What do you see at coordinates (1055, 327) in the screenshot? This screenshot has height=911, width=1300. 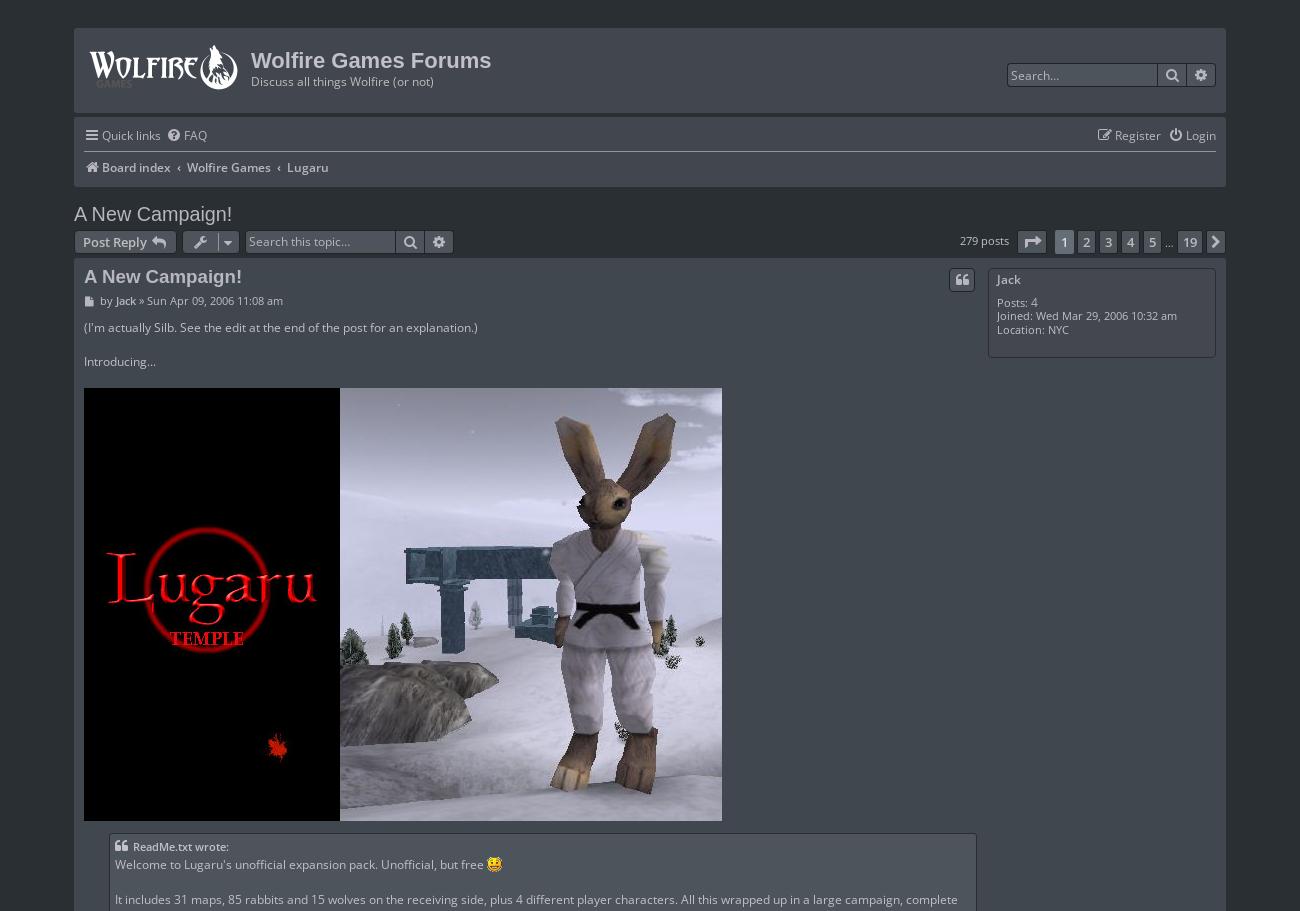 I see `'NYC'` at bounding box center [1055, 327].